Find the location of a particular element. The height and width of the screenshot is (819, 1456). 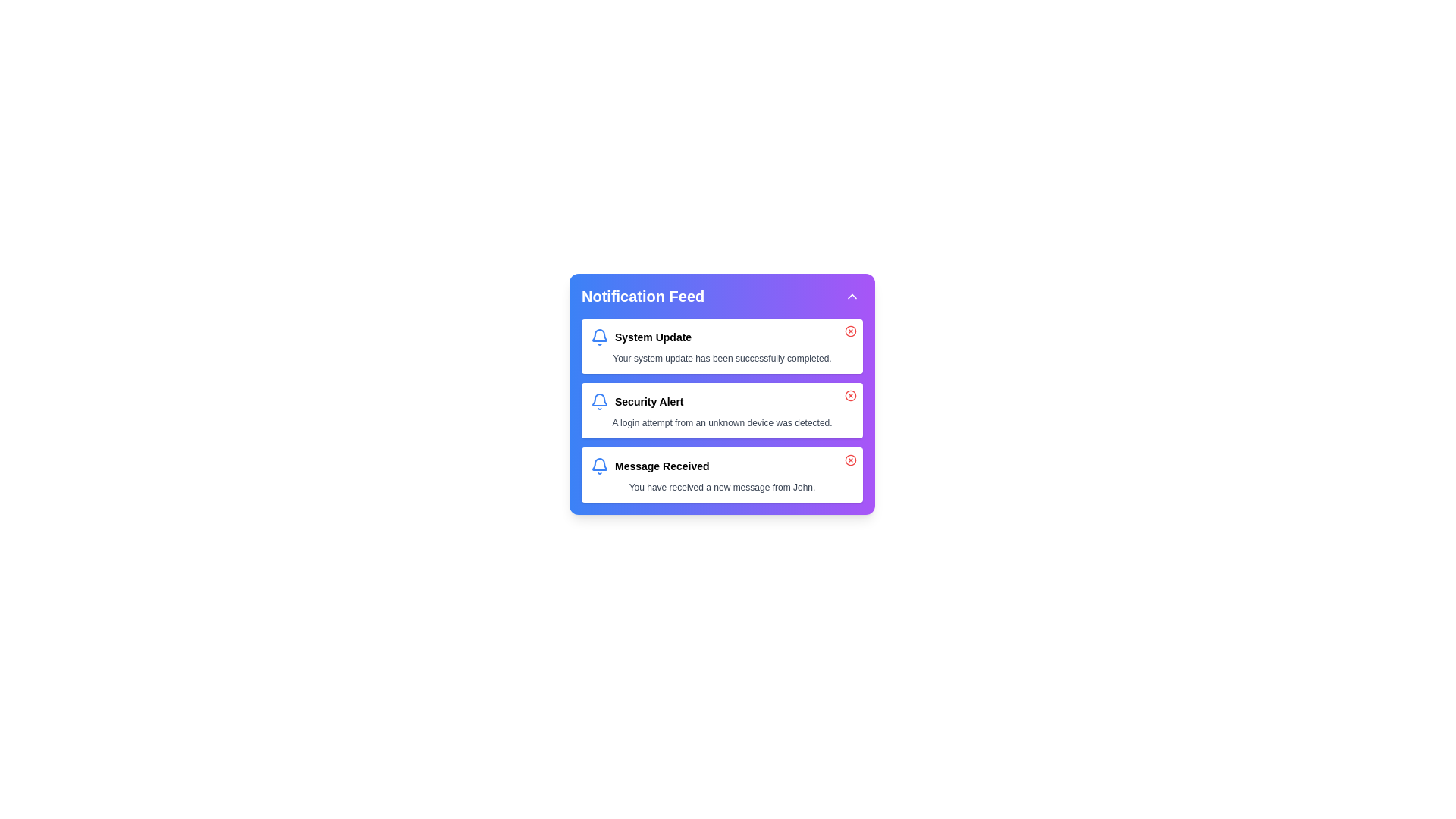

the Icon button at the top-right corner of the 'Notification Feed' panel is located at coordinates (852, 296).